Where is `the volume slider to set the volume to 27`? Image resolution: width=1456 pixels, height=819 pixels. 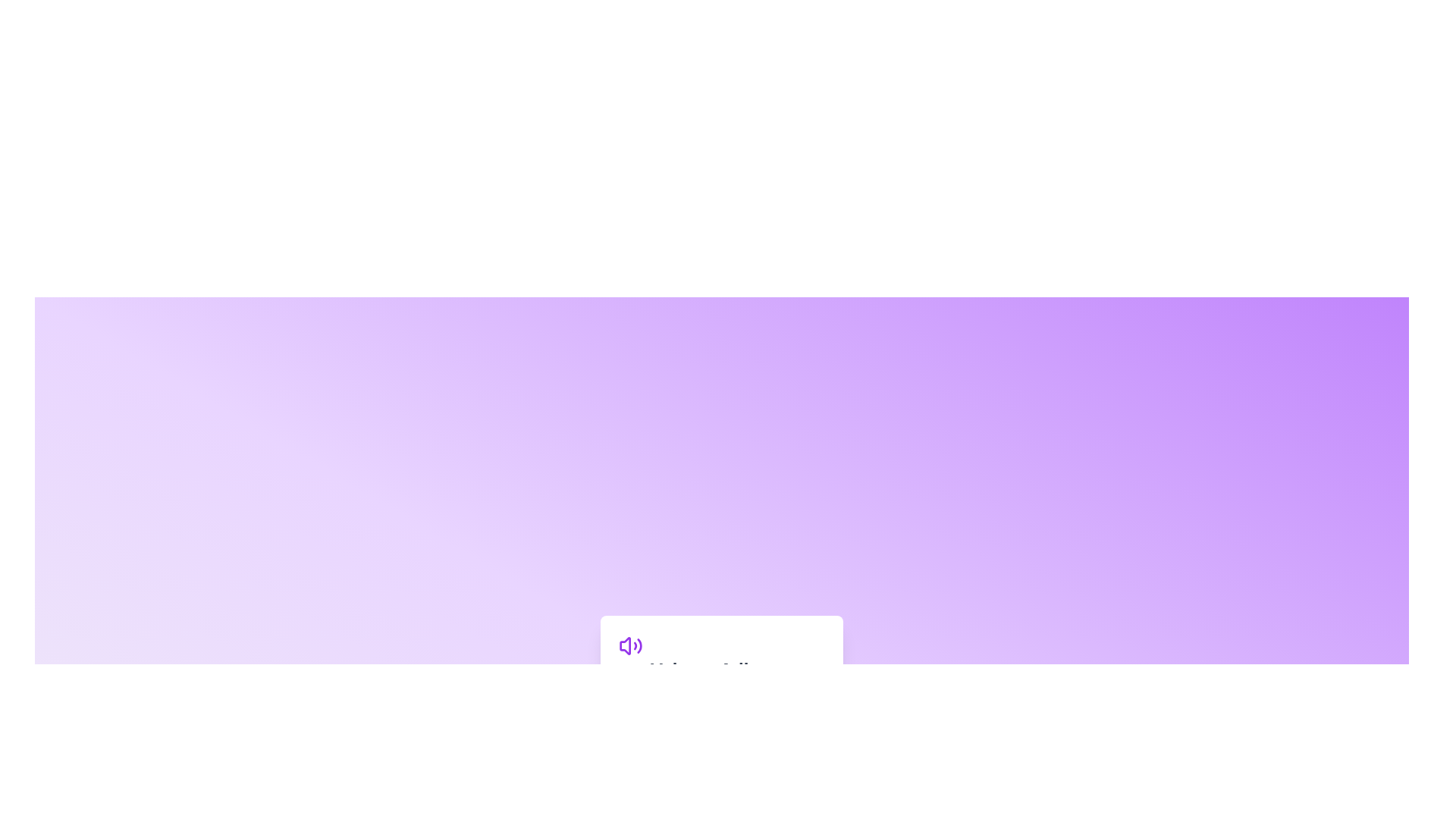
the volume slider to set the volume to 27 is located at coordinates (673, 704).